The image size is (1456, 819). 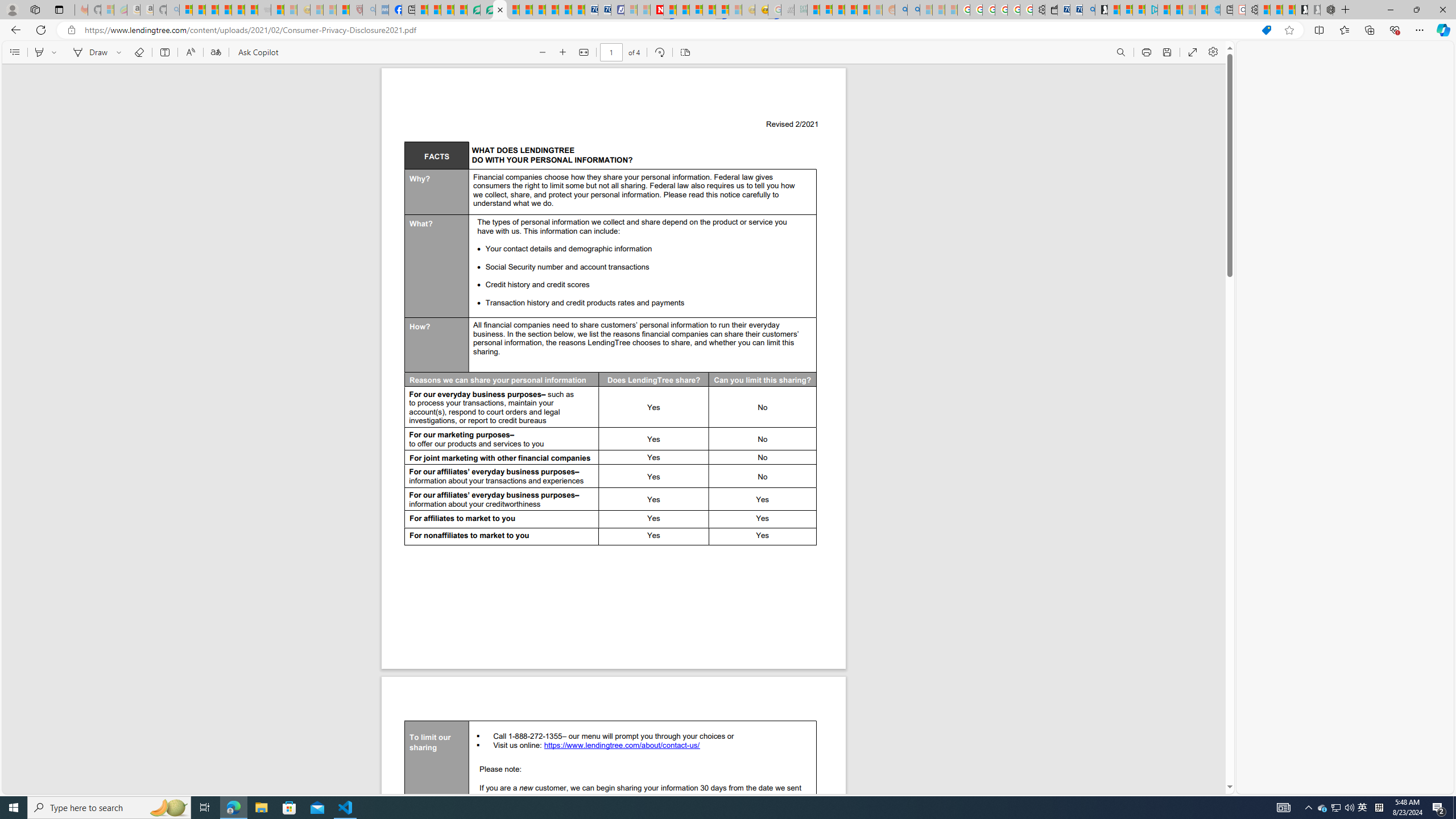 What do you see at coordinates (1189, 9) in the screenshot?
I see `'Microsoft Start - Sleeping'` at bounding box center [1189, 9].